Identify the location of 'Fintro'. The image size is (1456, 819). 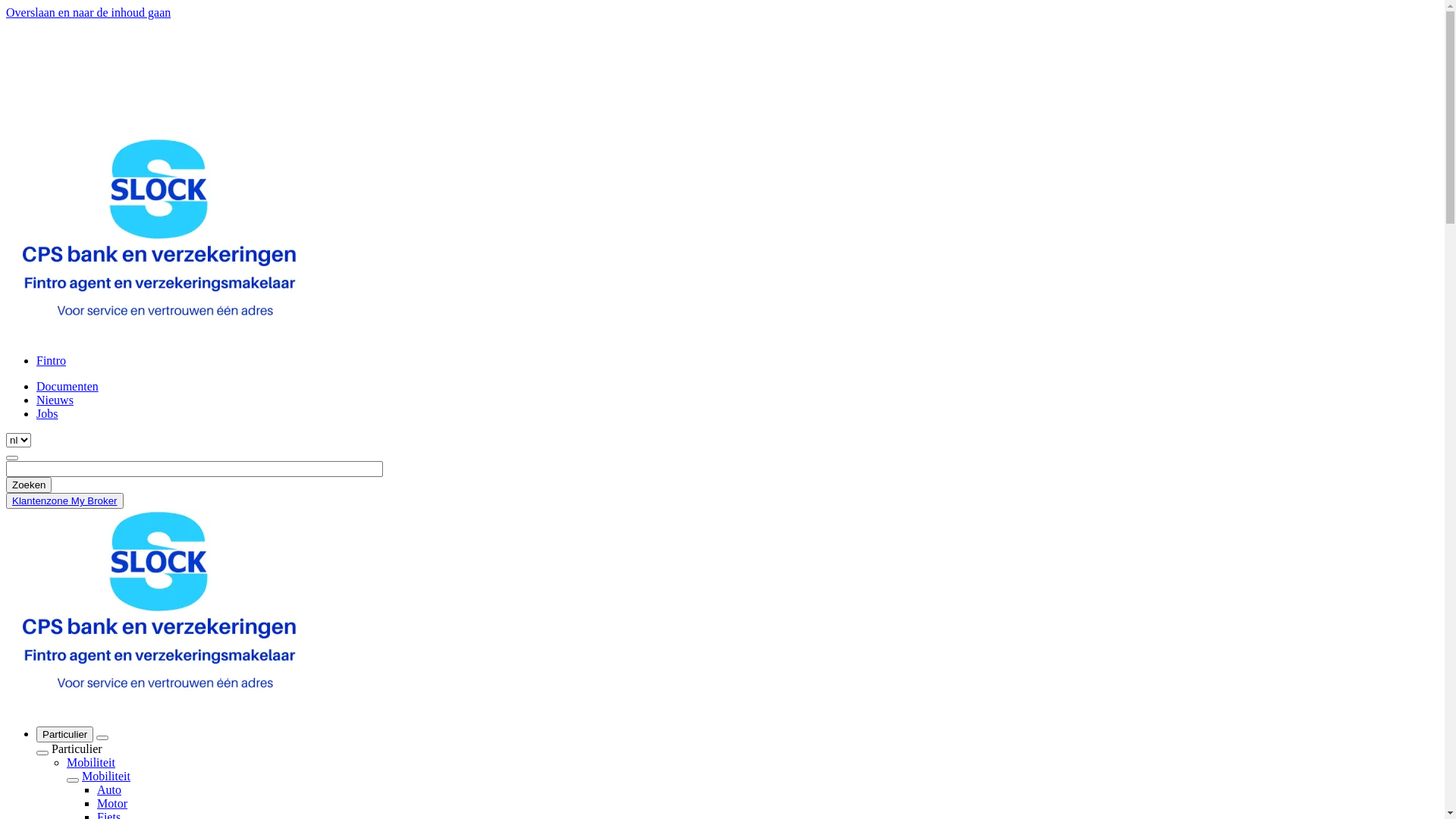
(36, 360).